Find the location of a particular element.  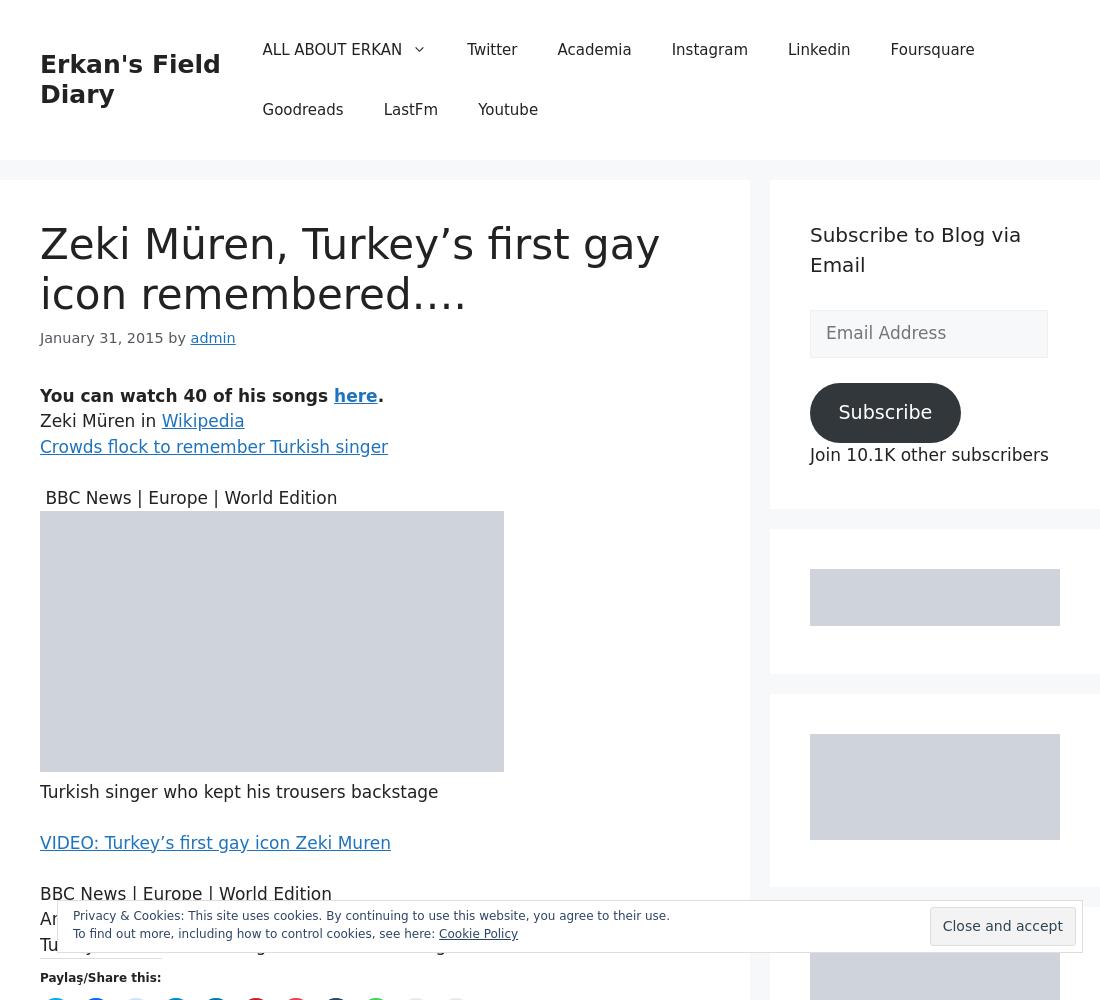

'Erkan's Field Diary' is located at coordinates (130, 78).